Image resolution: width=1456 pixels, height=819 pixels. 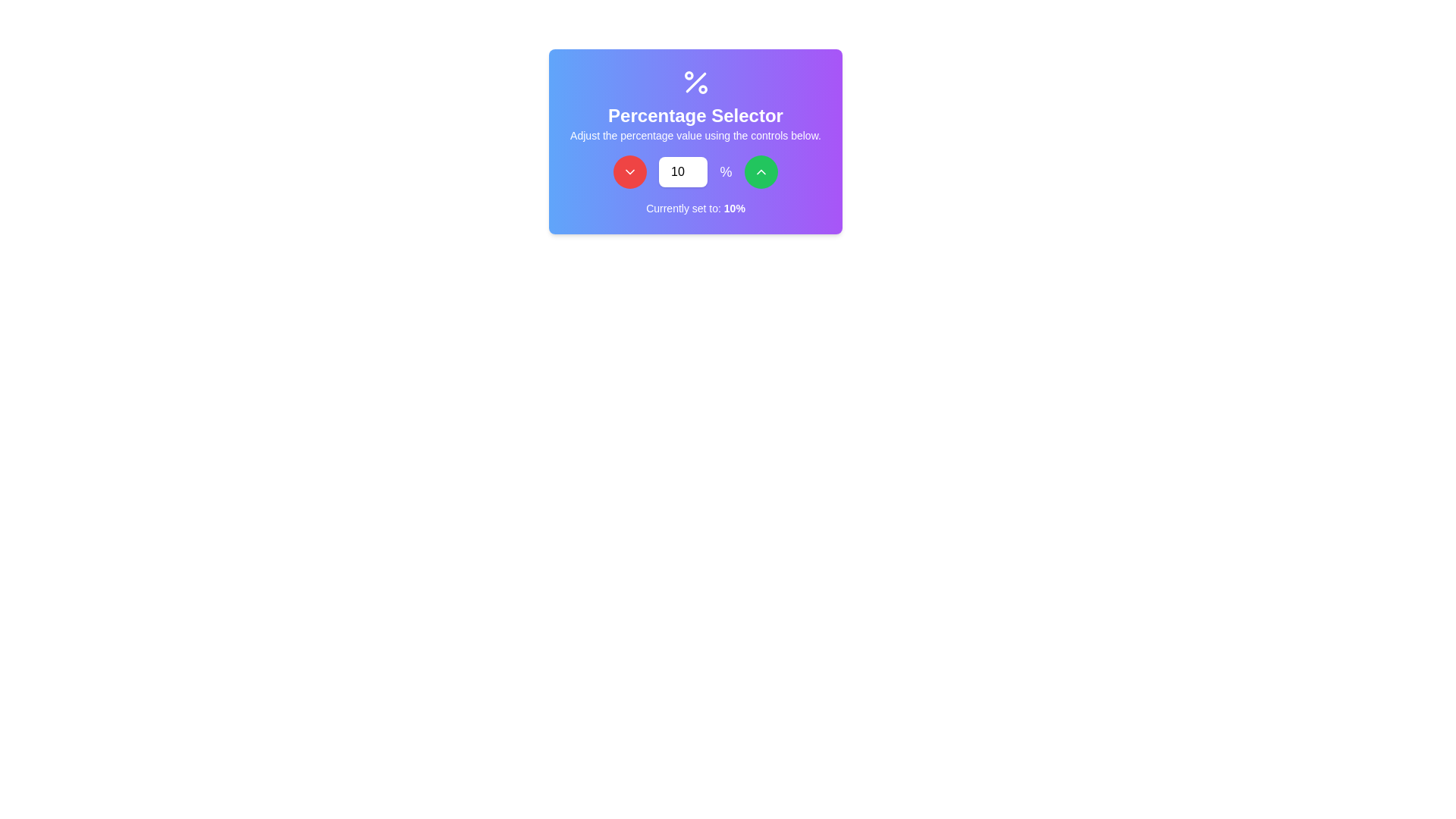 I want to click on the percentage icon, which is displayed in white on a purple background, located at the top of the card above the text 'Percentage Selector', so click(x=695, y=82).